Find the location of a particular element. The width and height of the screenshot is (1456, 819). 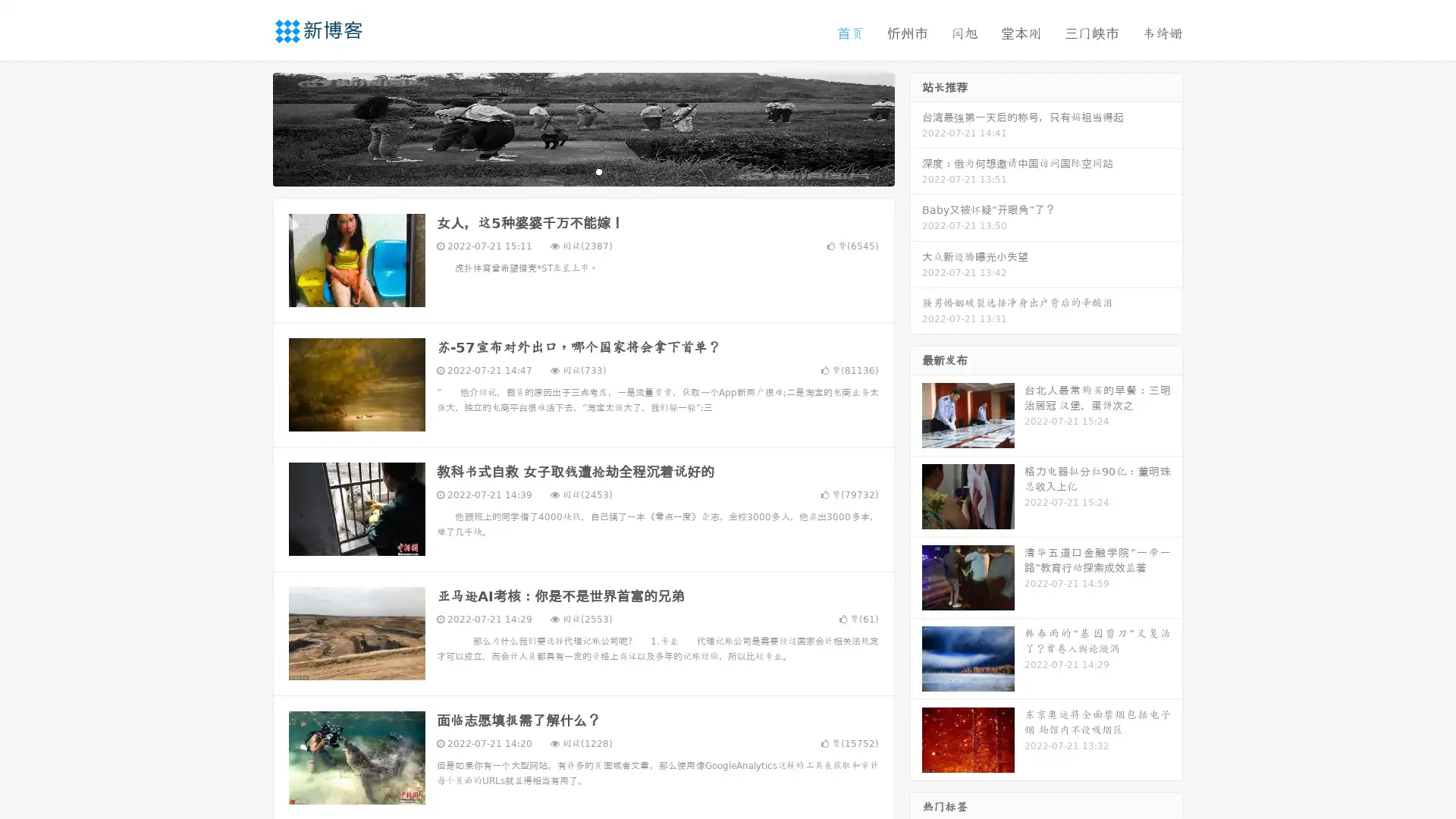

Next slide is located at coordinates (916, 127).